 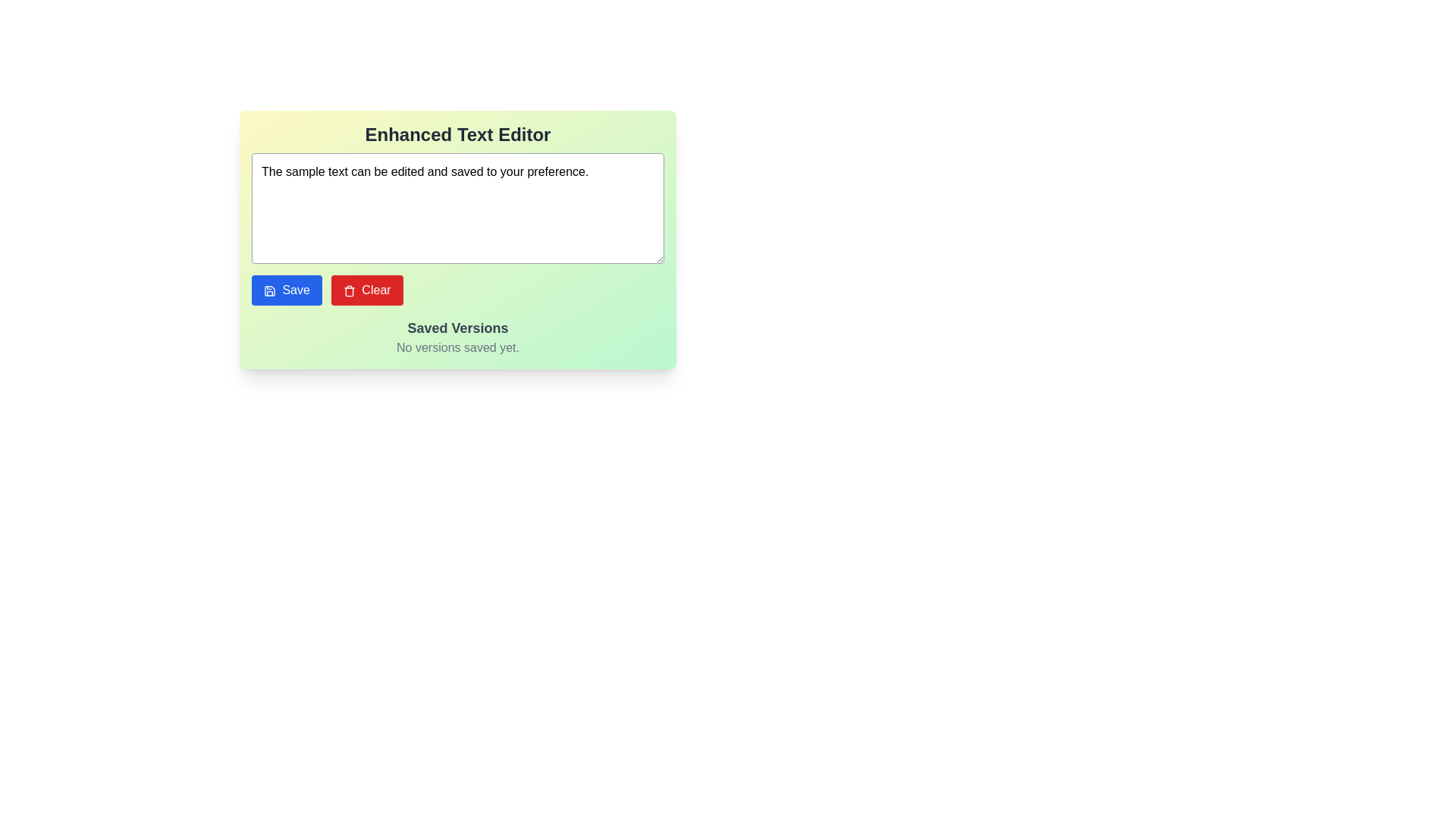 I want to click on the save icon, which is a compact icon representing a save or document symbol with a blue background, so click(x=269, y=290).